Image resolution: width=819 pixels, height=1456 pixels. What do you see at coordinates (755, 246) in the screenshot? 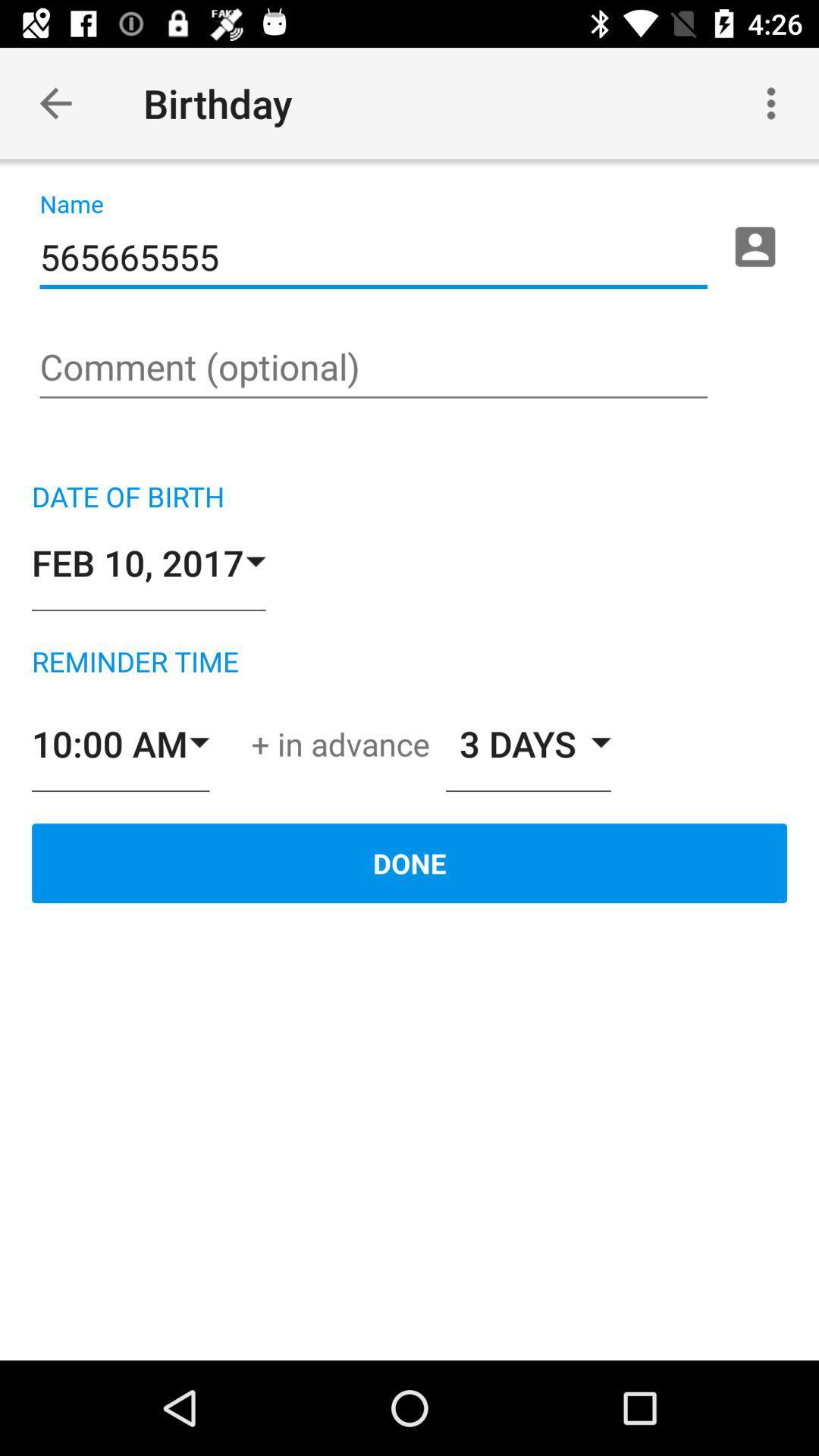
I see `contacts` at bounding box center [755, 246].